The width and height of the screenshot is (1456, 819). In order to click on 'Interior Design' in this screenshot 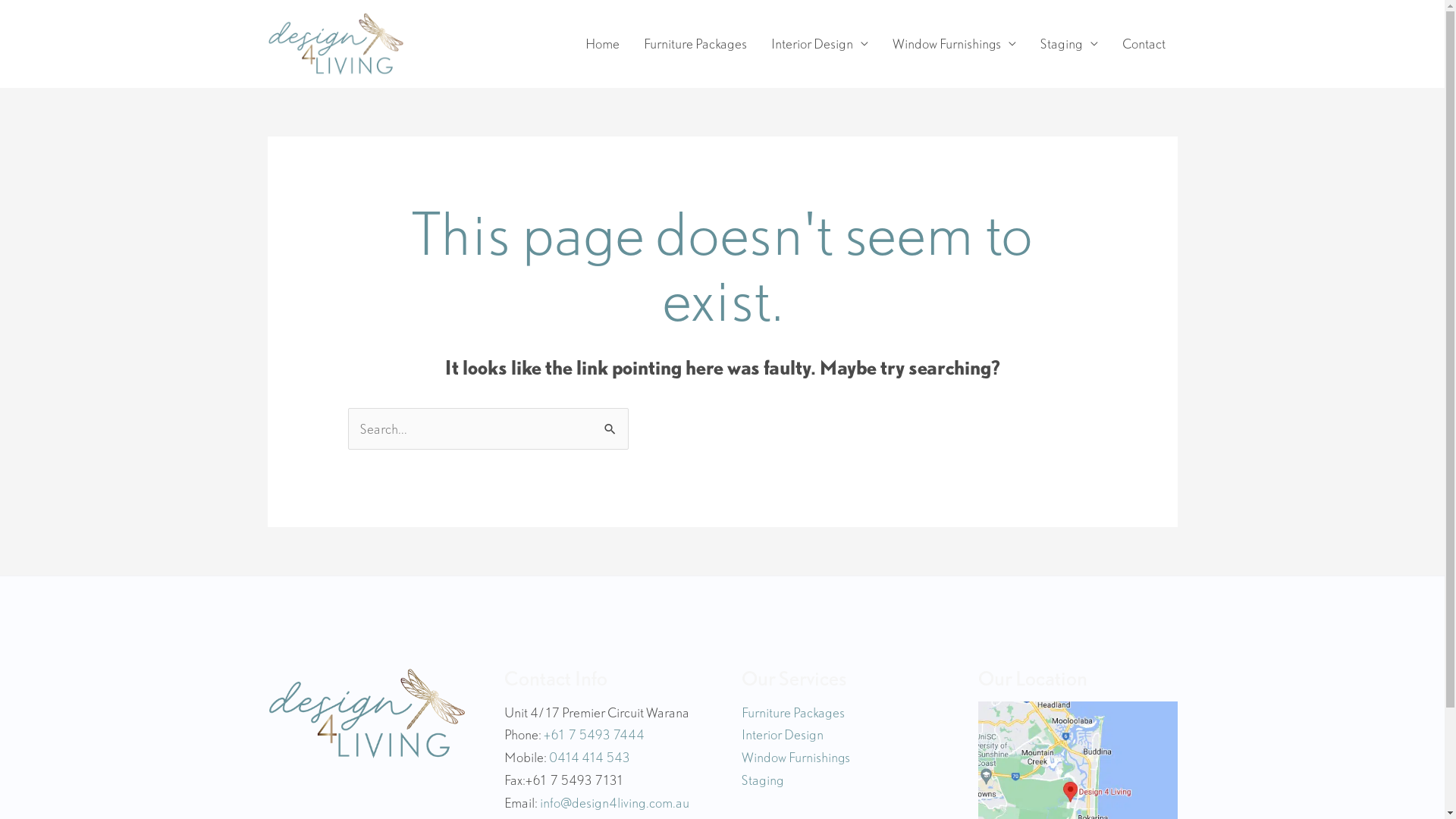, I will do `click(818, 42)`.